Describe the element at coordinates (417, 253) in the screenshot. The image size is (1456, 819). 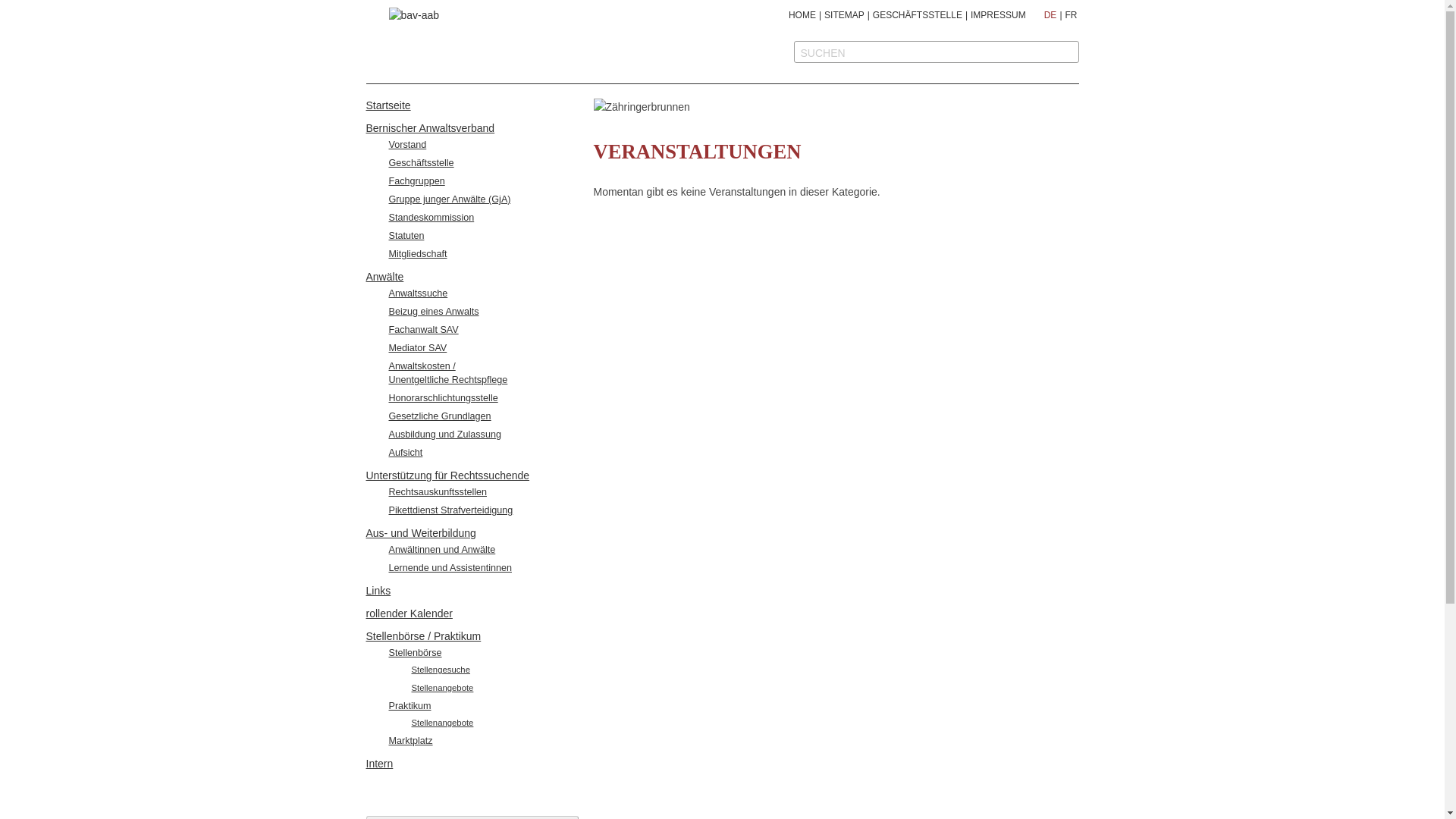
I see `'Mitgliedschaft'` at that location.